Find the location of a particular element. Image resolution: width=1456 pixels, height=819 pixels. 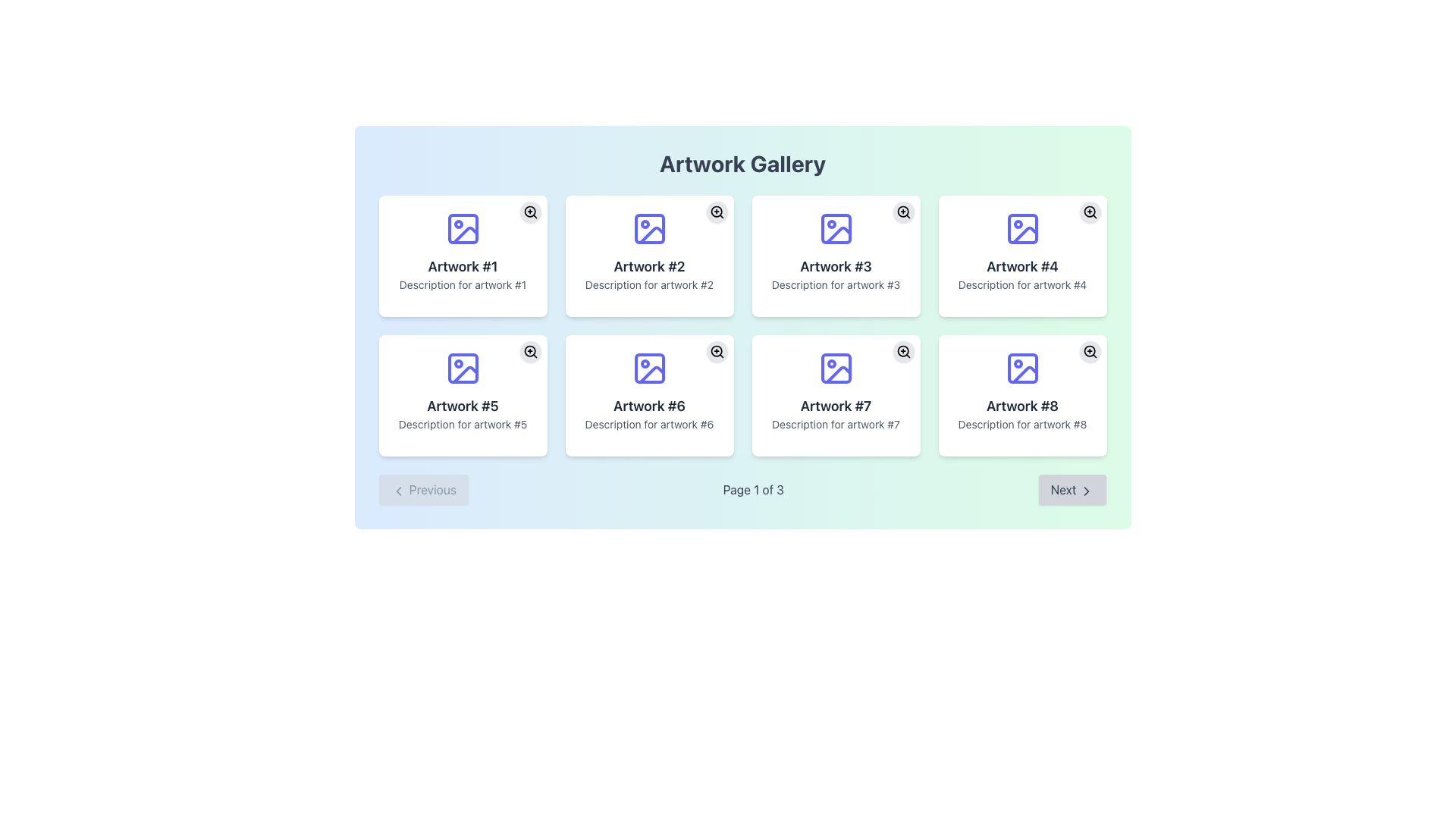

the thumbnail icon representing 'Artwork #6' in the artwork gallery grid layout is located at coordinates (649, 369).